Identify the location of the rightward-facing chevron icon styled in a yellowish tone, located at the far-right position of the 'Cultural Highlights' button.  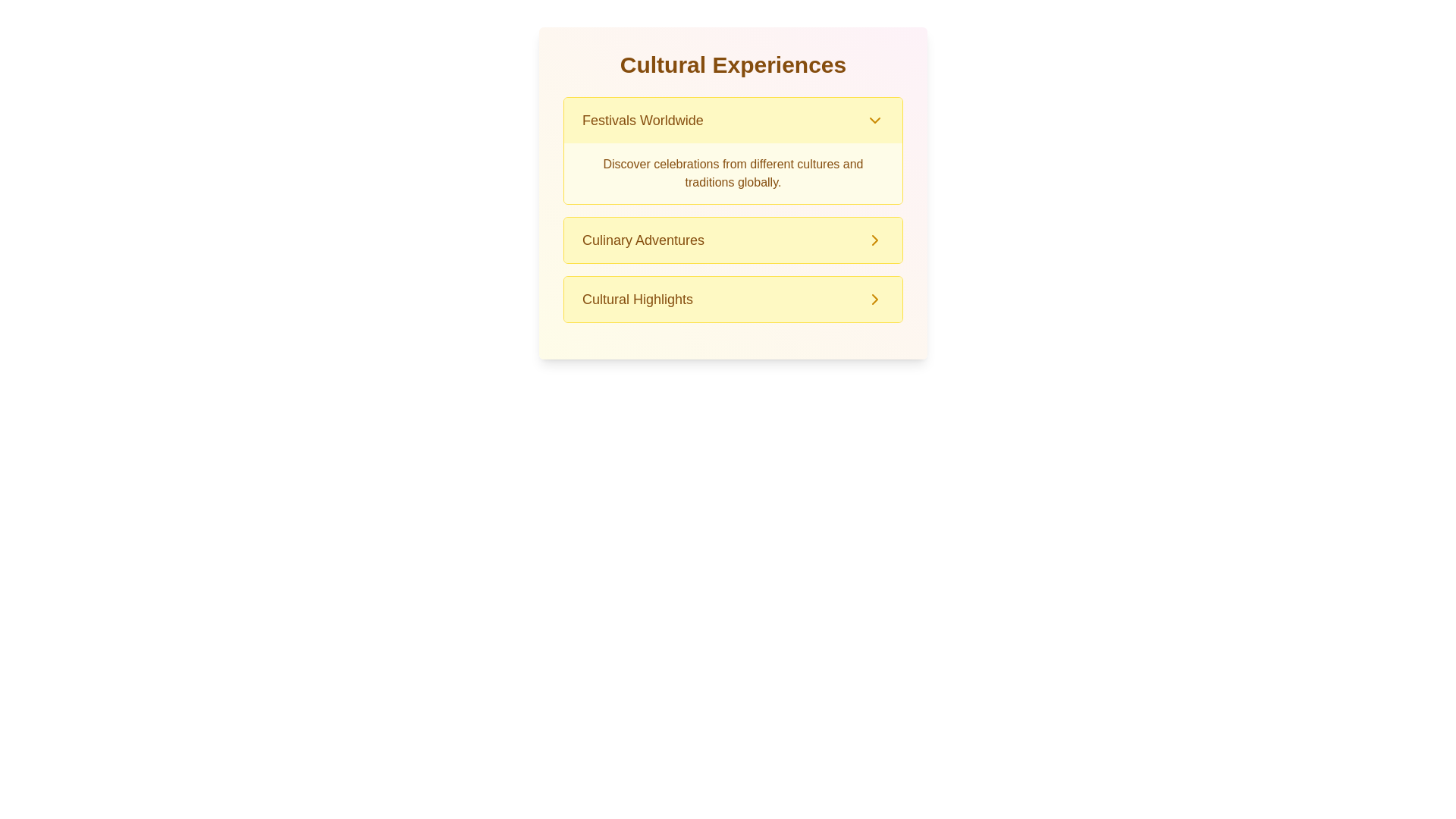
(874, 299).